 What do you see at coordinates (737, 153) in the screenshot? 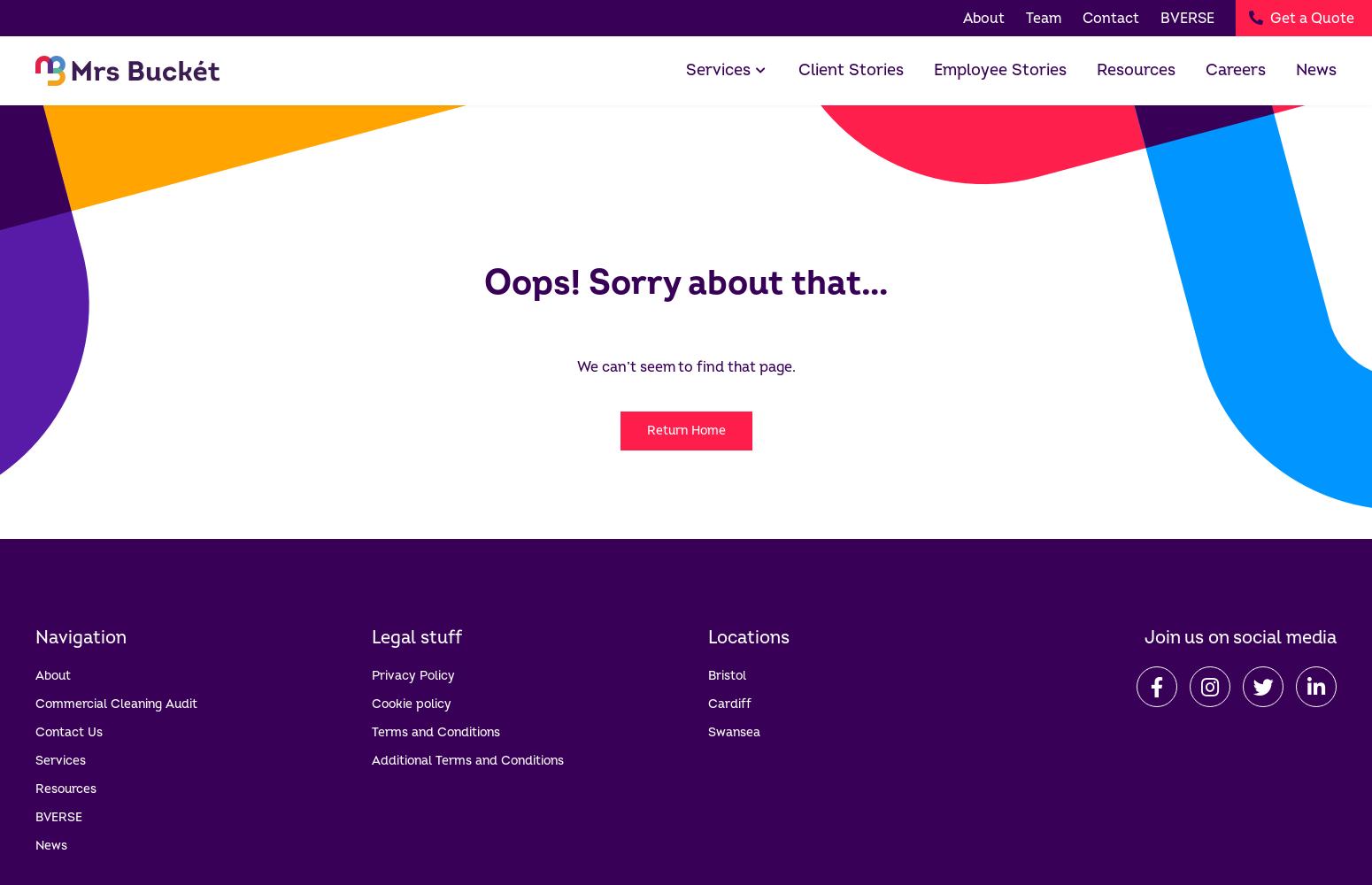
I see `'Sectors'` at bounding box center [737, 153].